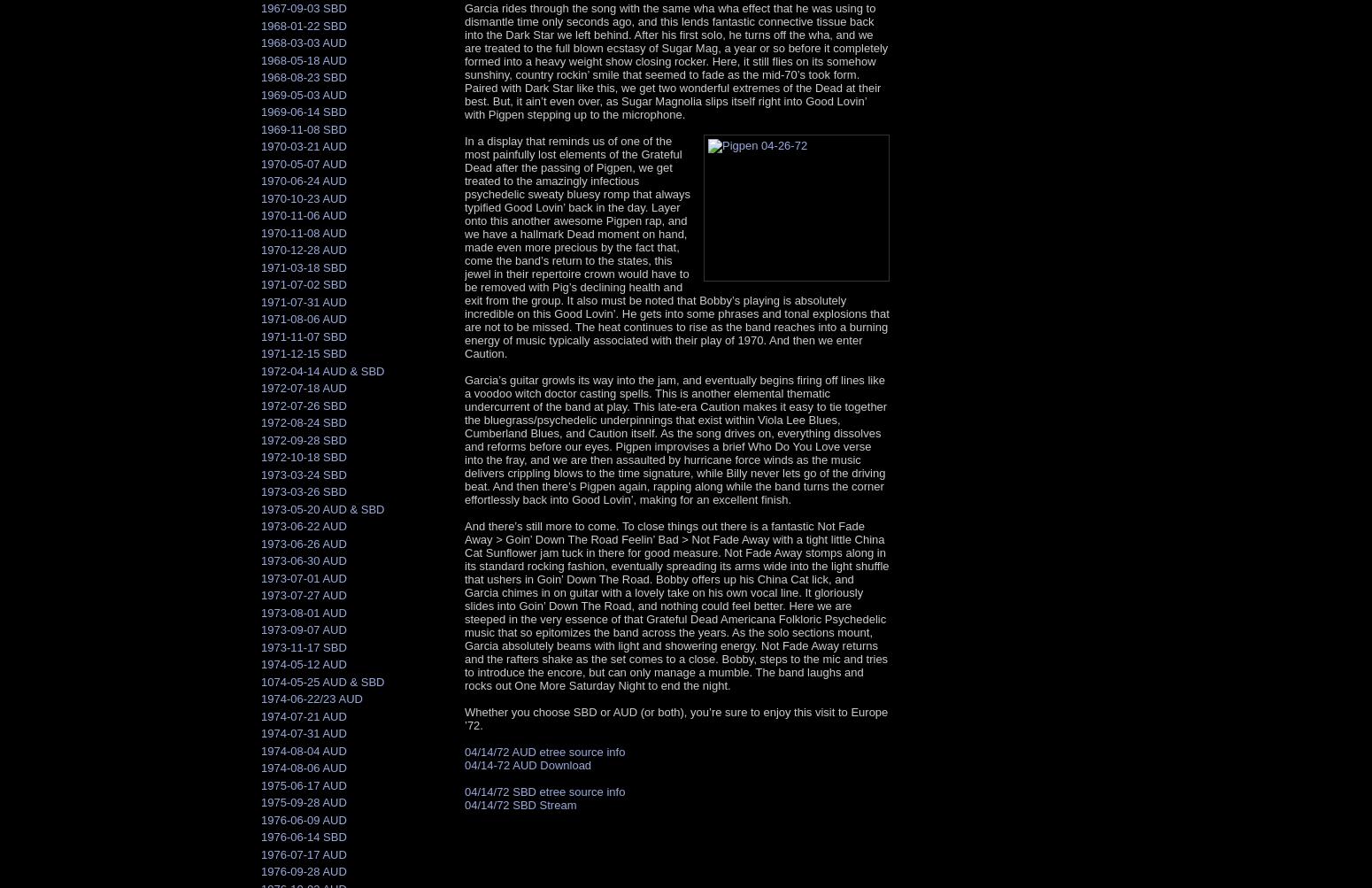 This screenshot has height=888, width=1372. I want to click on '1971-12-15 SBD', so click(260, 352).